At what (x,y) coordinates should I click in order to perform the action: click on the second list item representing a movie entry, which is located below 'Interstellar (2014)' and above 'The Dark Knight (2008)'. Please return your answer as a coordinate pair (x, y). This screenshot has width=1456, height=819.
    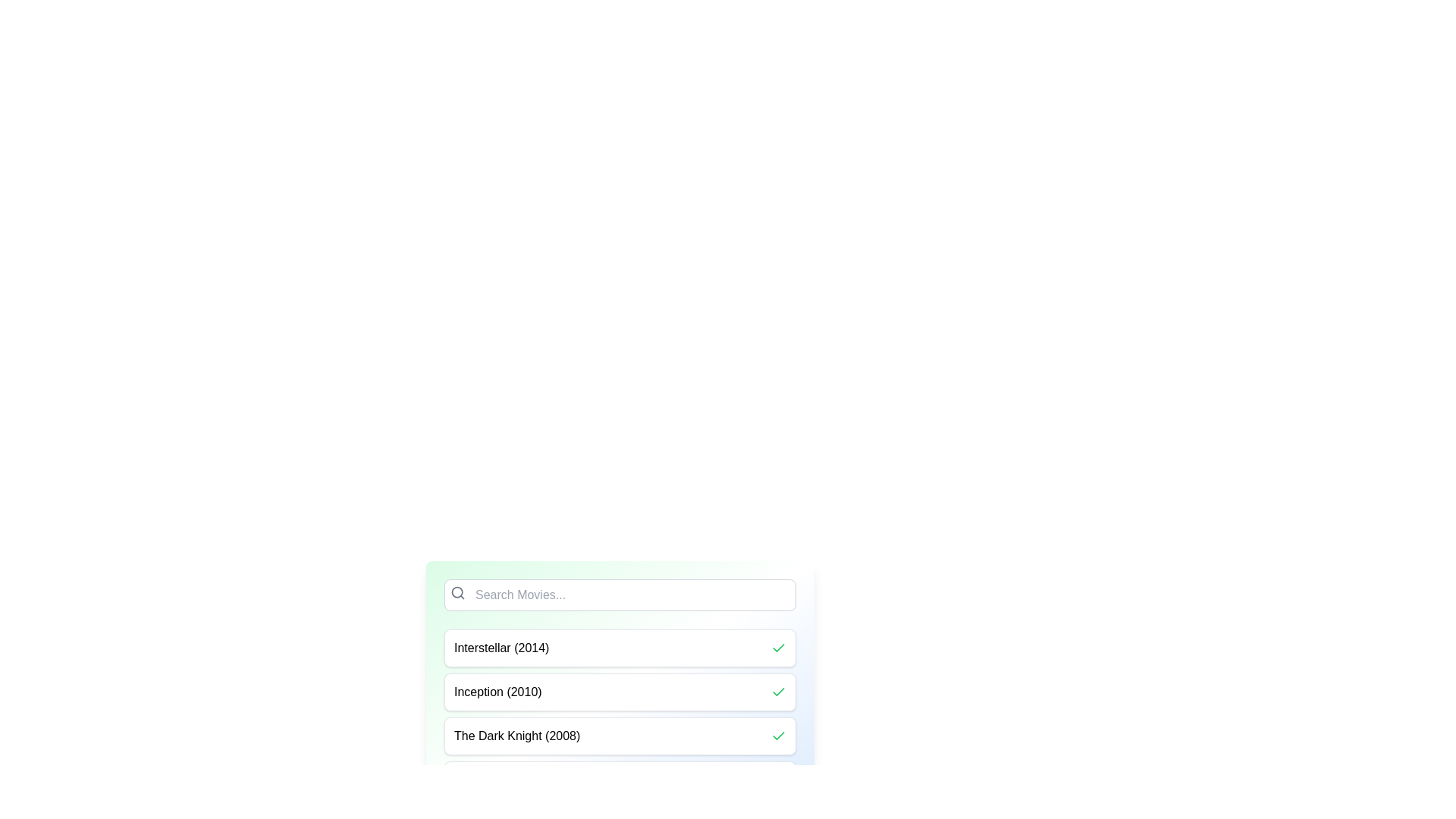
    Looking at the image, I should click on (620, 692).